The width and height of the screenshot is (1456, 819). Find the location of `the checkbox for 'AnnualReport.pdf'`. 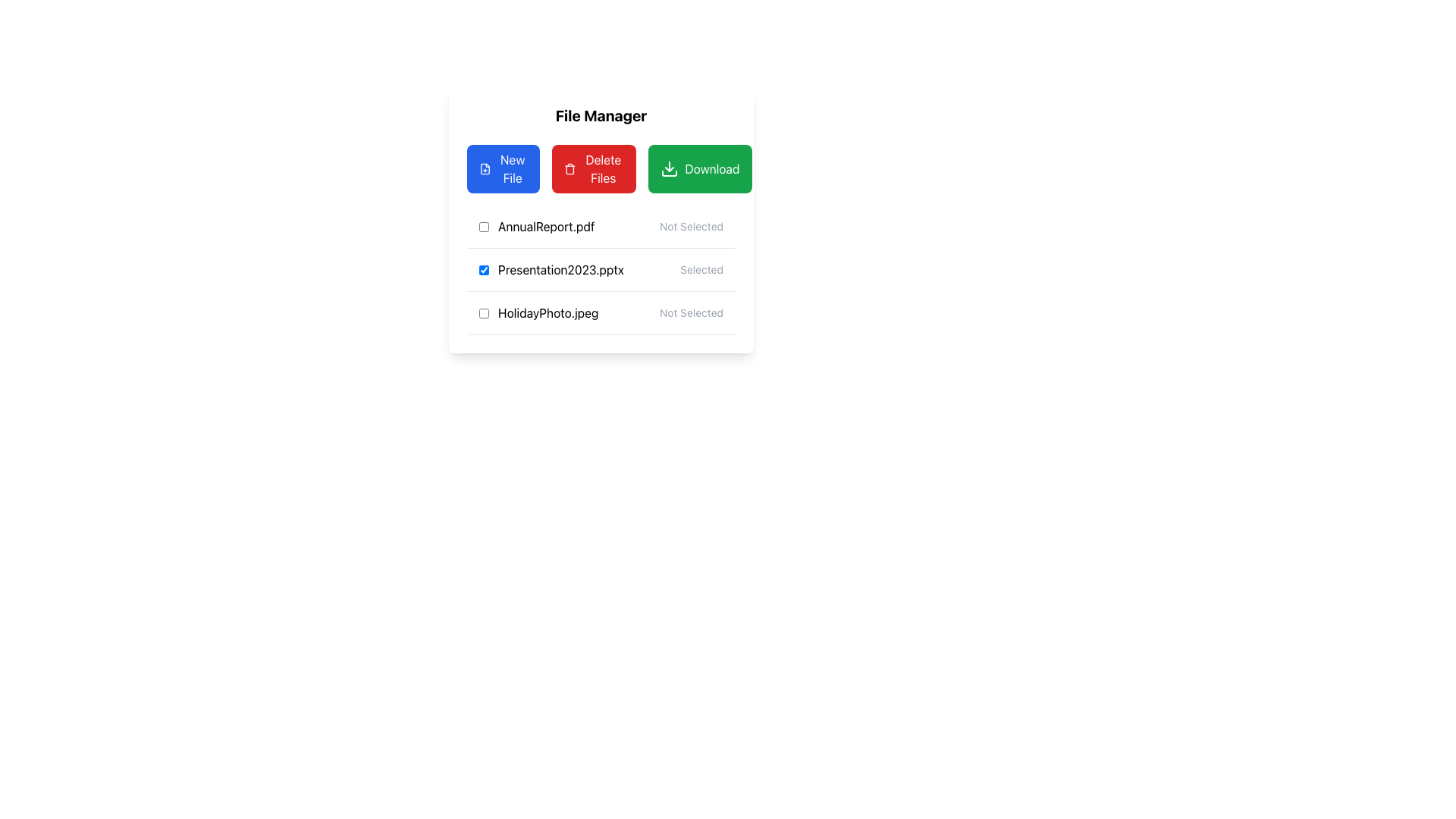

the checkbox for 'AnnualReport.pdf' is located at coordinates (483, 227).